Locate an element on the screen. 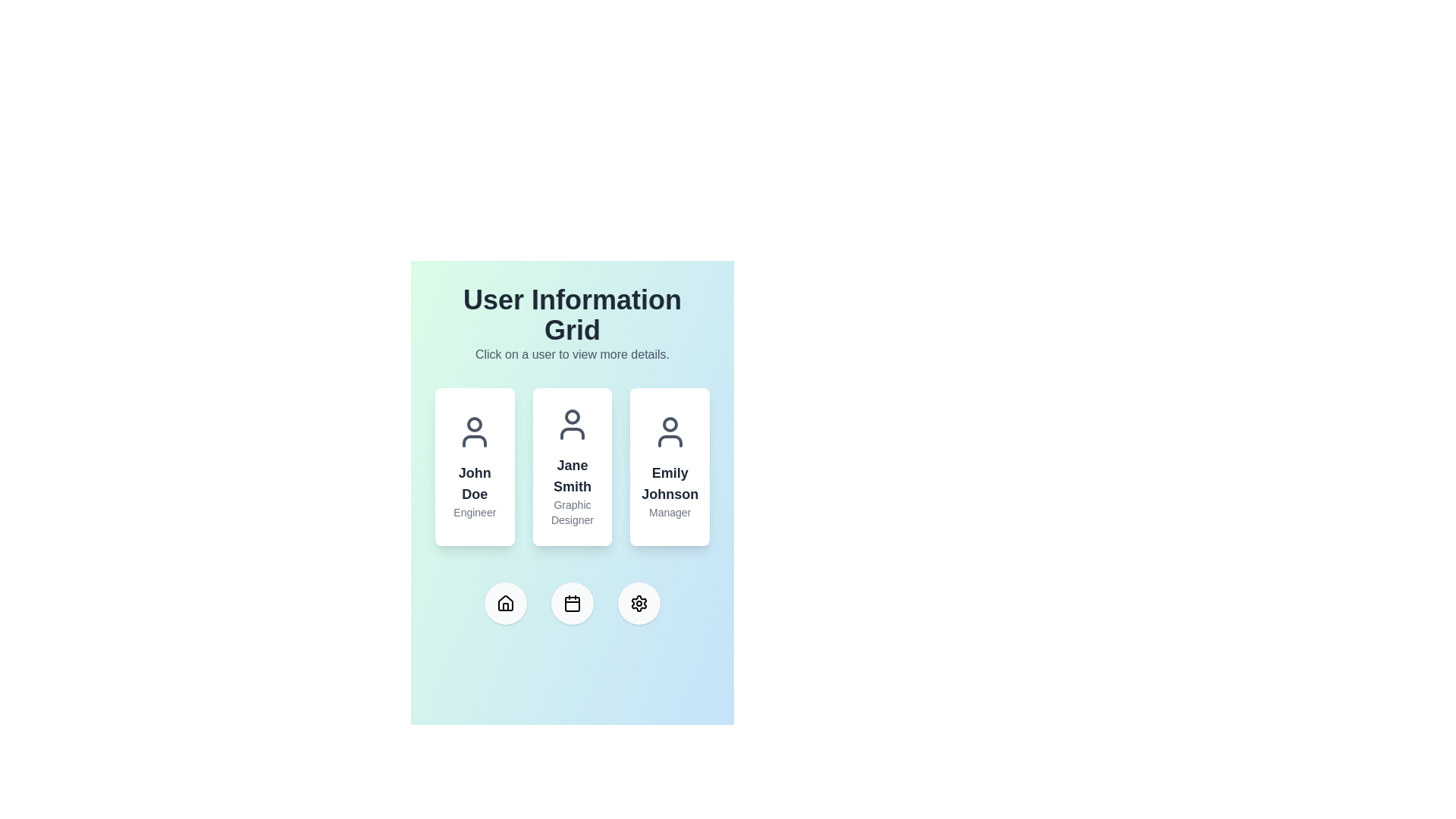  the lower part of the user icon graphic for the card titled 'Jane Smith - Graphic Designer', which is a vector graphic component within the SVG icon is located at coordinates (571, 433).